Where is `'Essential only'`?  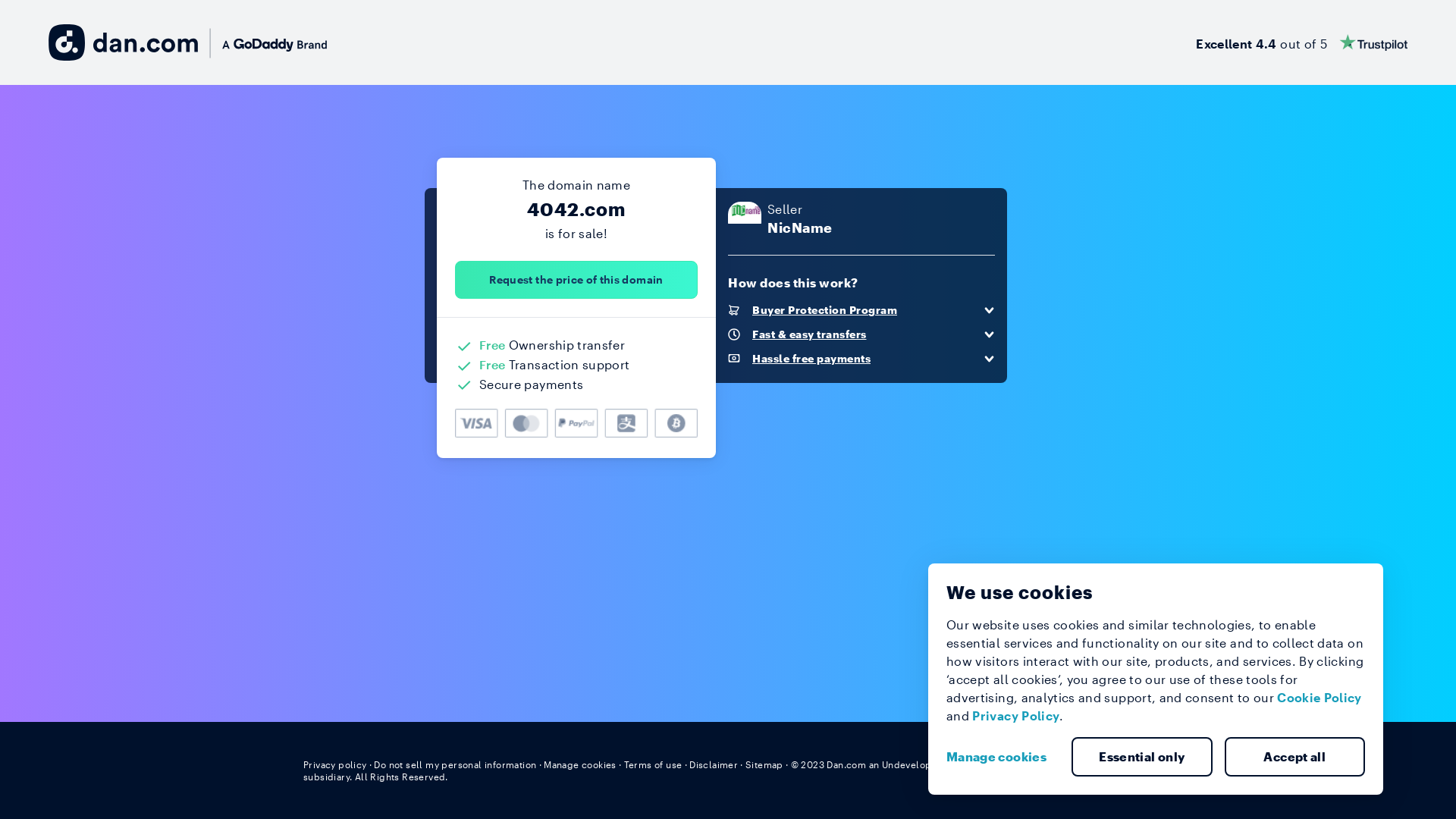
'Essential only' is located at coordinates (1142, 757).